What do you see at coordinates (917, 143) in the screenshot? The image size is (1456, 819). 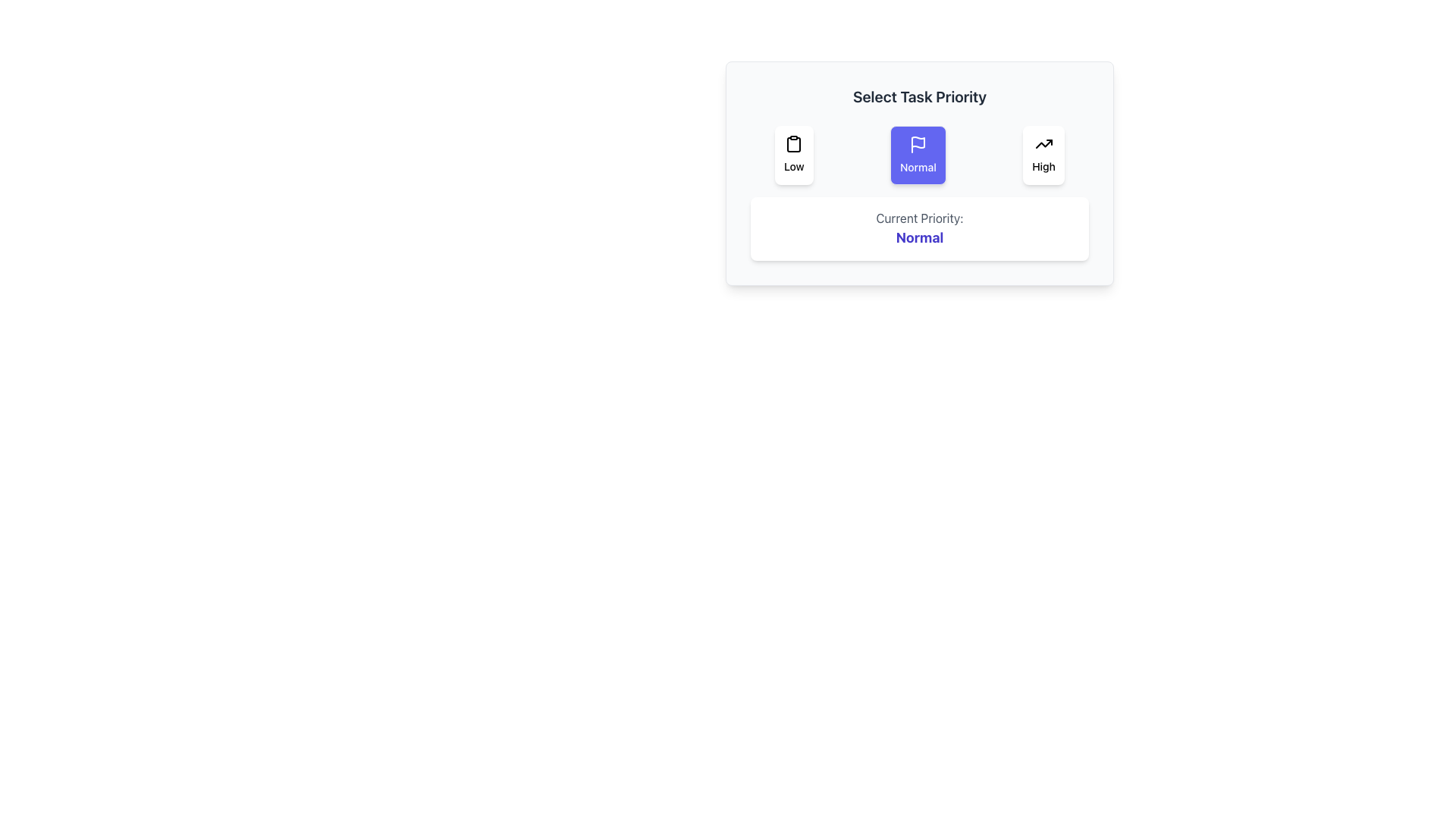 I see `the blue flag icon with red markings, located centrally in the 'Normal' selection button of the task priority selection panel` at bounding box center [917, 143].